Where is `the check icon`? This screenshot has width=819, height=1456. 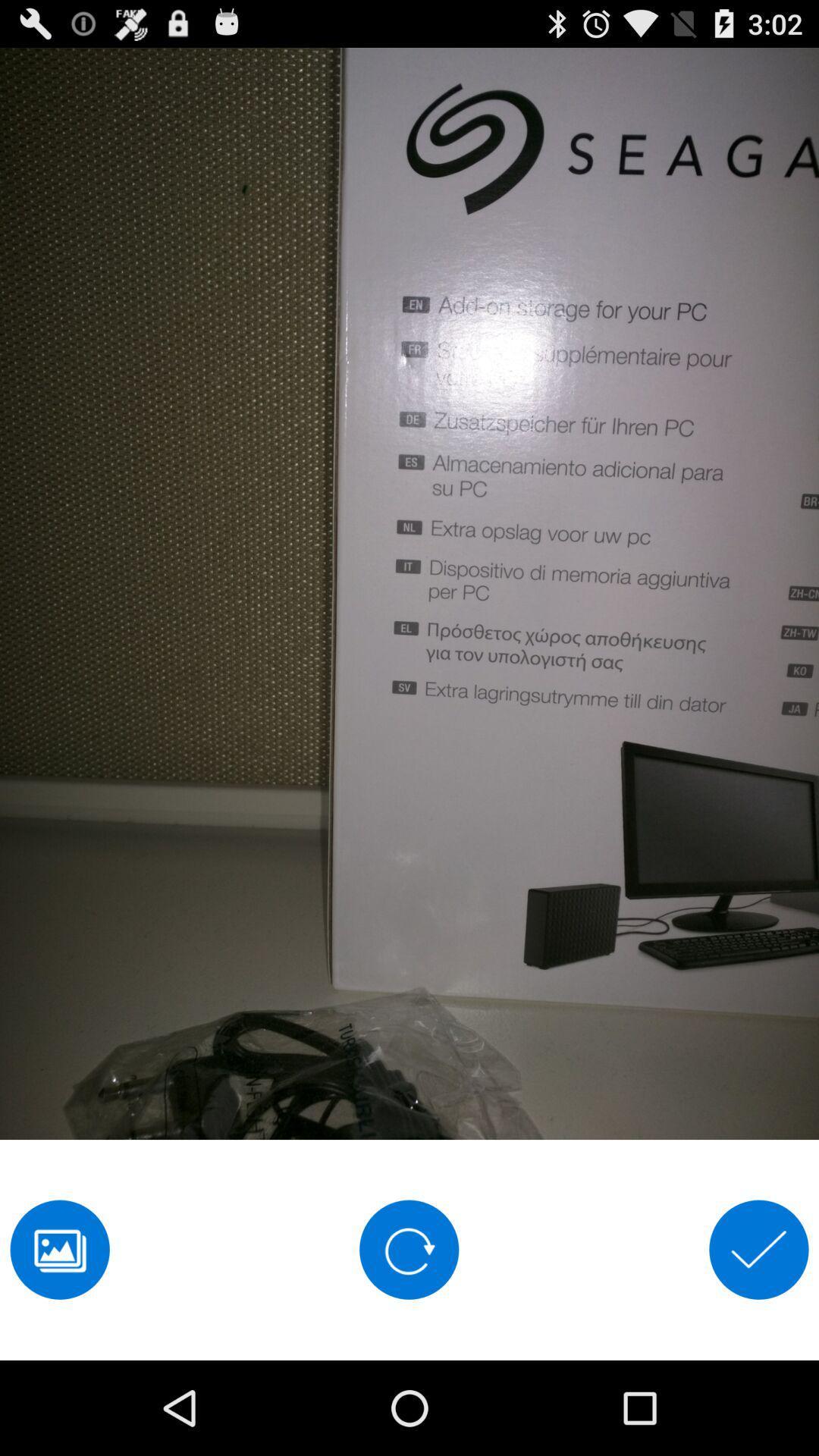 the check icon is located at coordinates (758, 1337).